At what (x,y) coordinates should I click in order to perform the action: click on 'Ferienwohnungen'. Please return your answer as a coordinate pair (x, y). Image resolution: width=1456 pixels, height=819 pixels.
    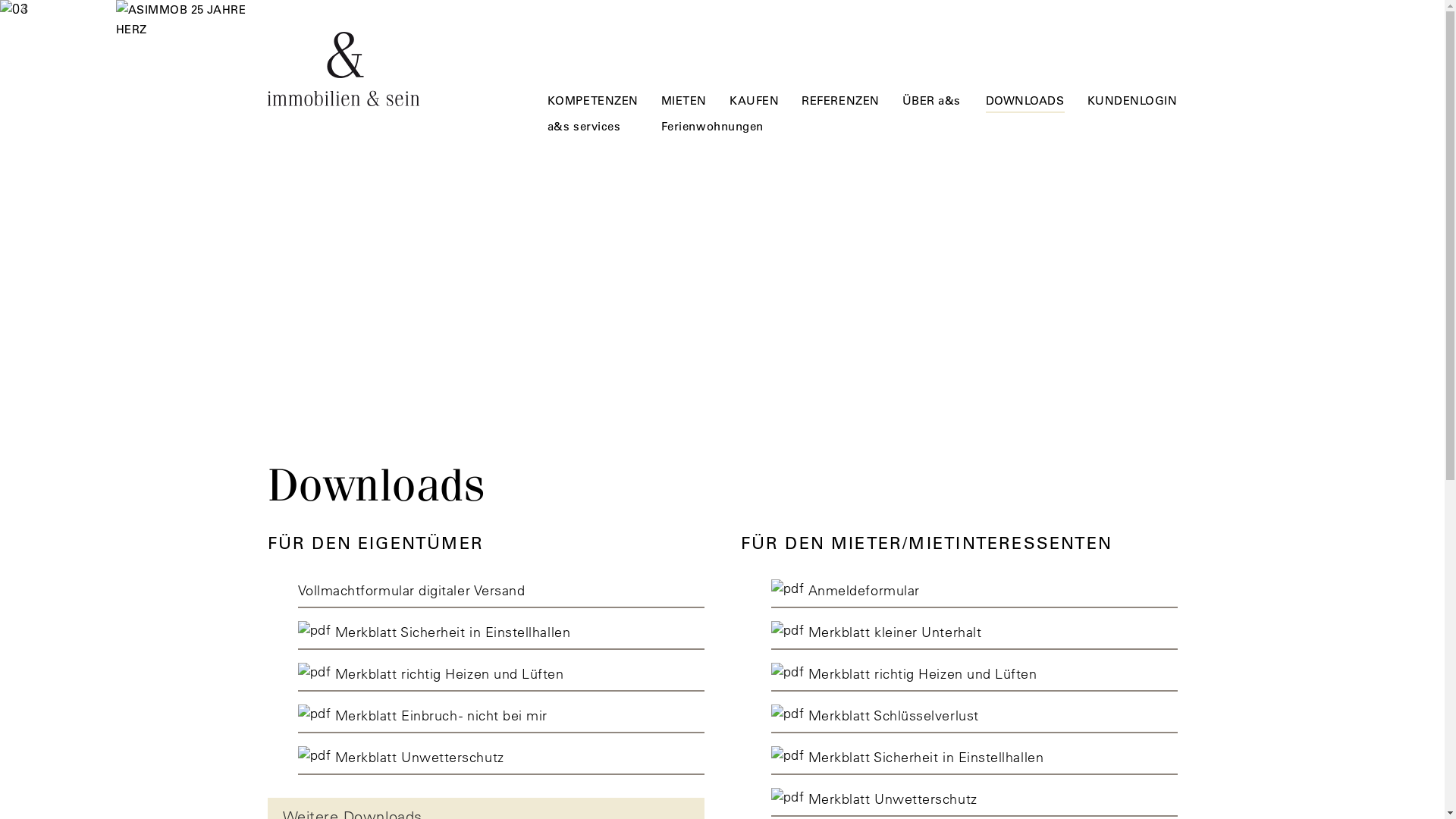
    Looking at the image, I should click on (711, 127).